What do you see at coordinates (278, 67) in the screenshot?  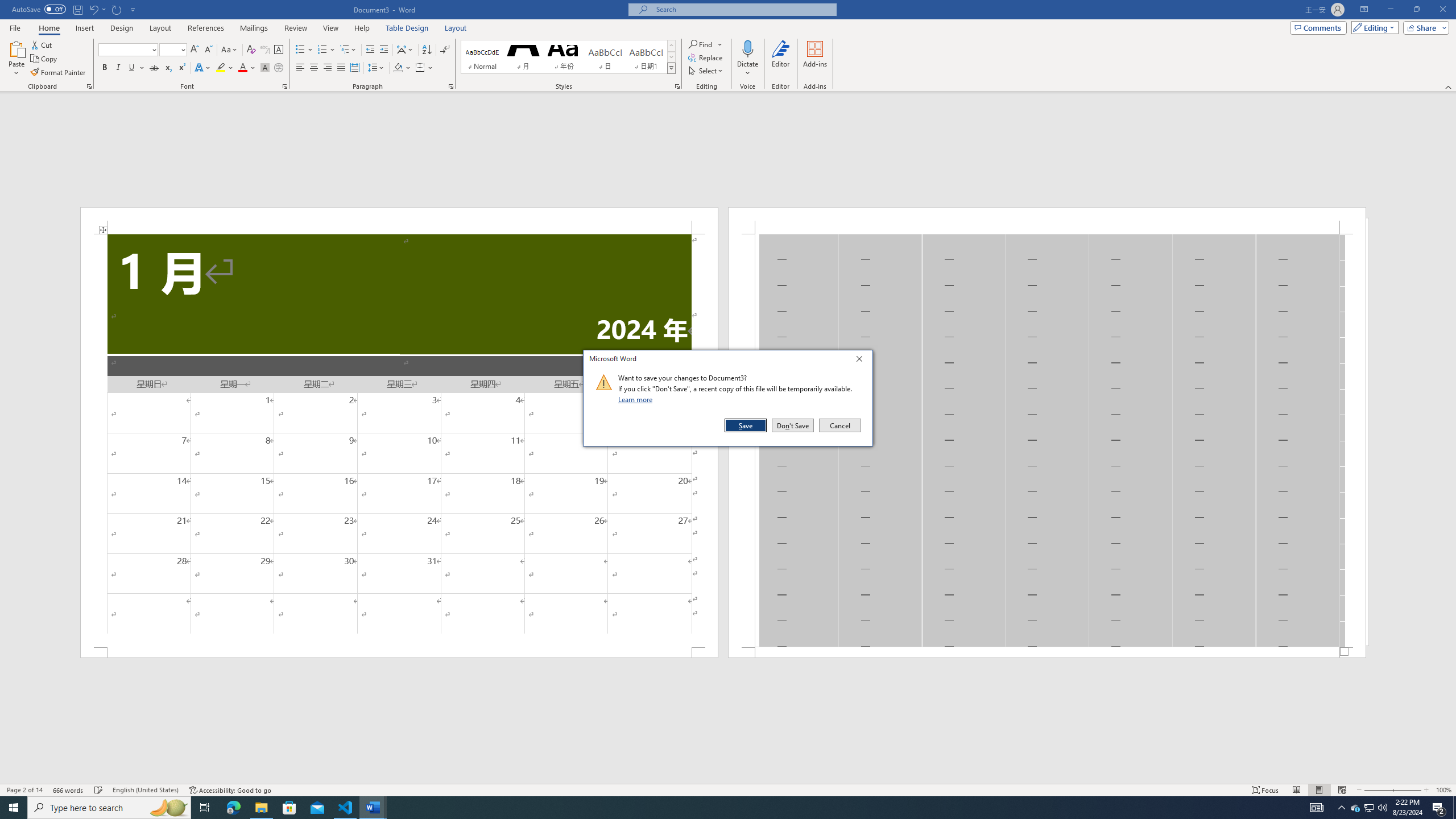 I see `'Enclose Characters...'` at bounding box center [278, 67].